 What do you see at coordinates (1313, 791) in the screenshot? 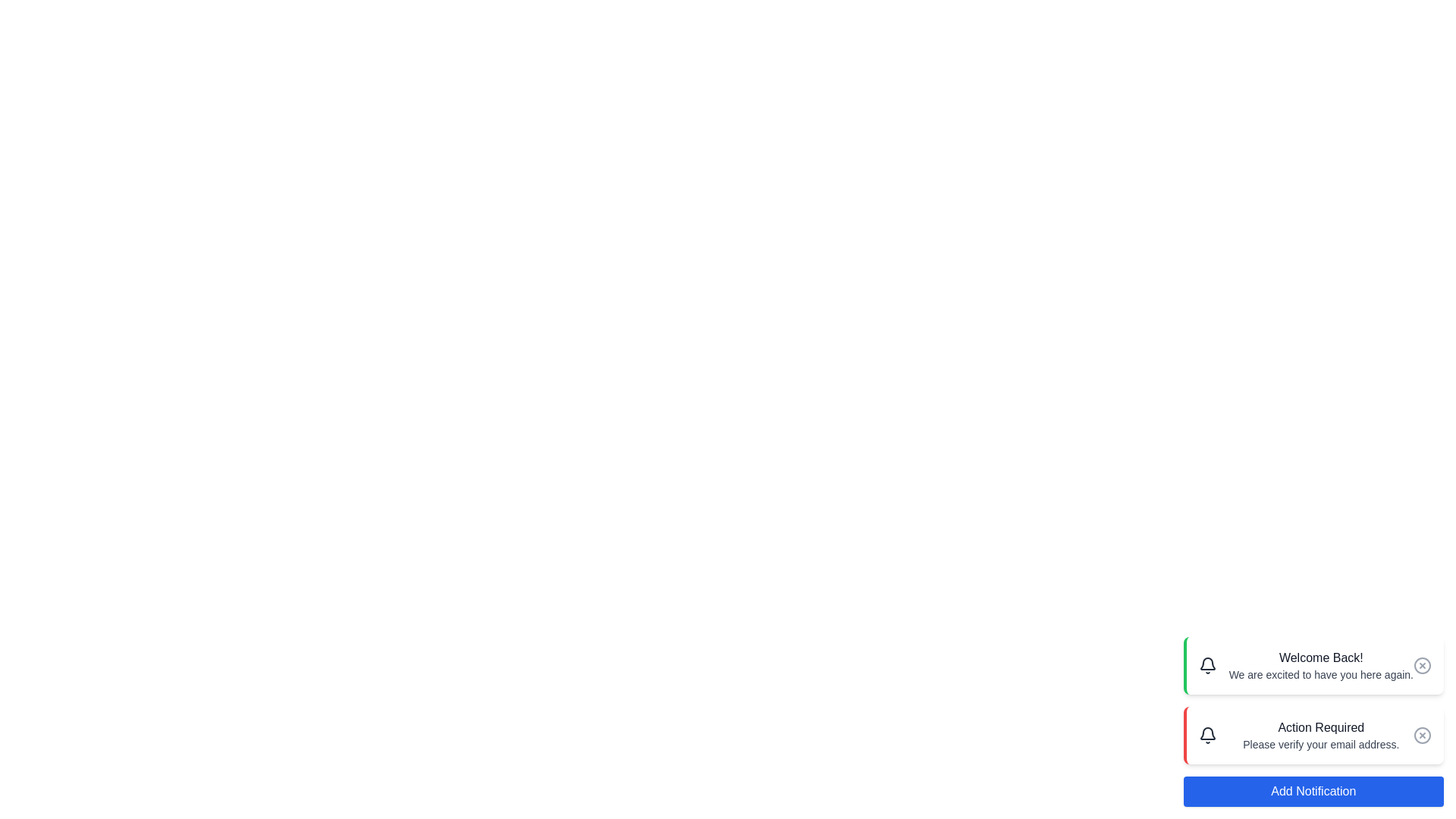
I see `the 'Add Notification' button to add a new notification` at bounding box center [1313, 791].